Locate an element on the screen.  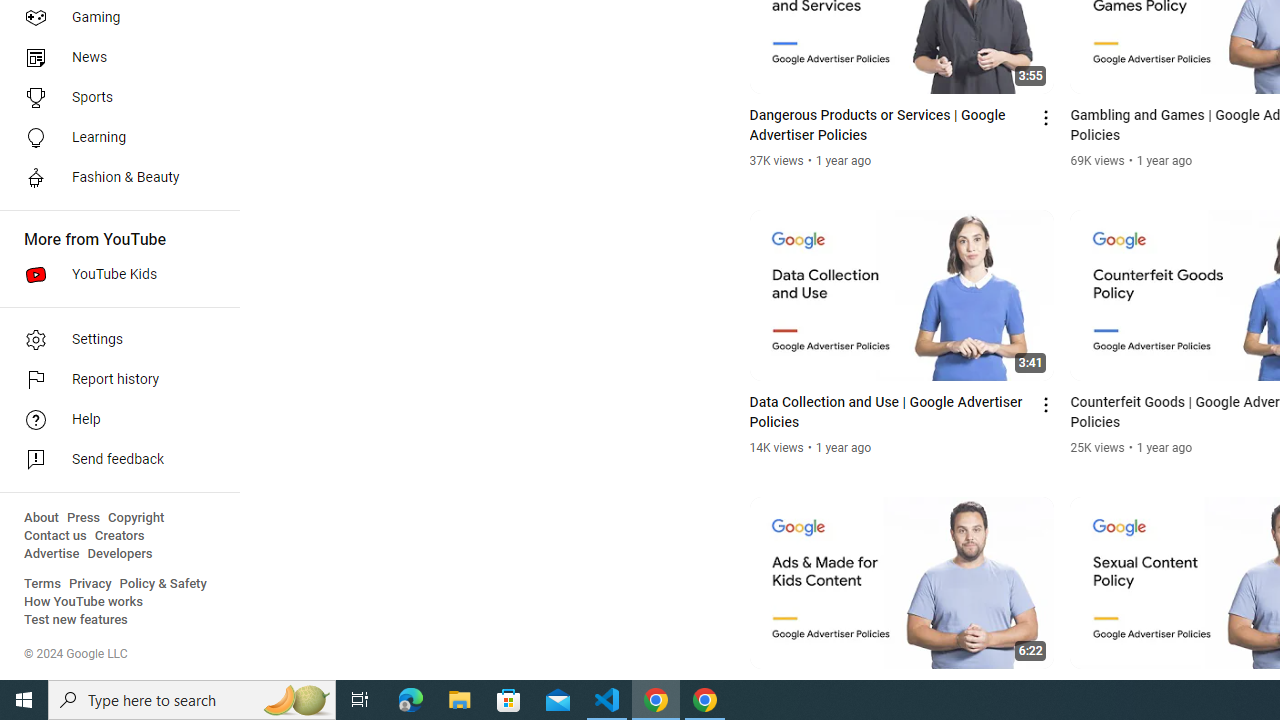
'Creators' is located at coordinates (118, 535).